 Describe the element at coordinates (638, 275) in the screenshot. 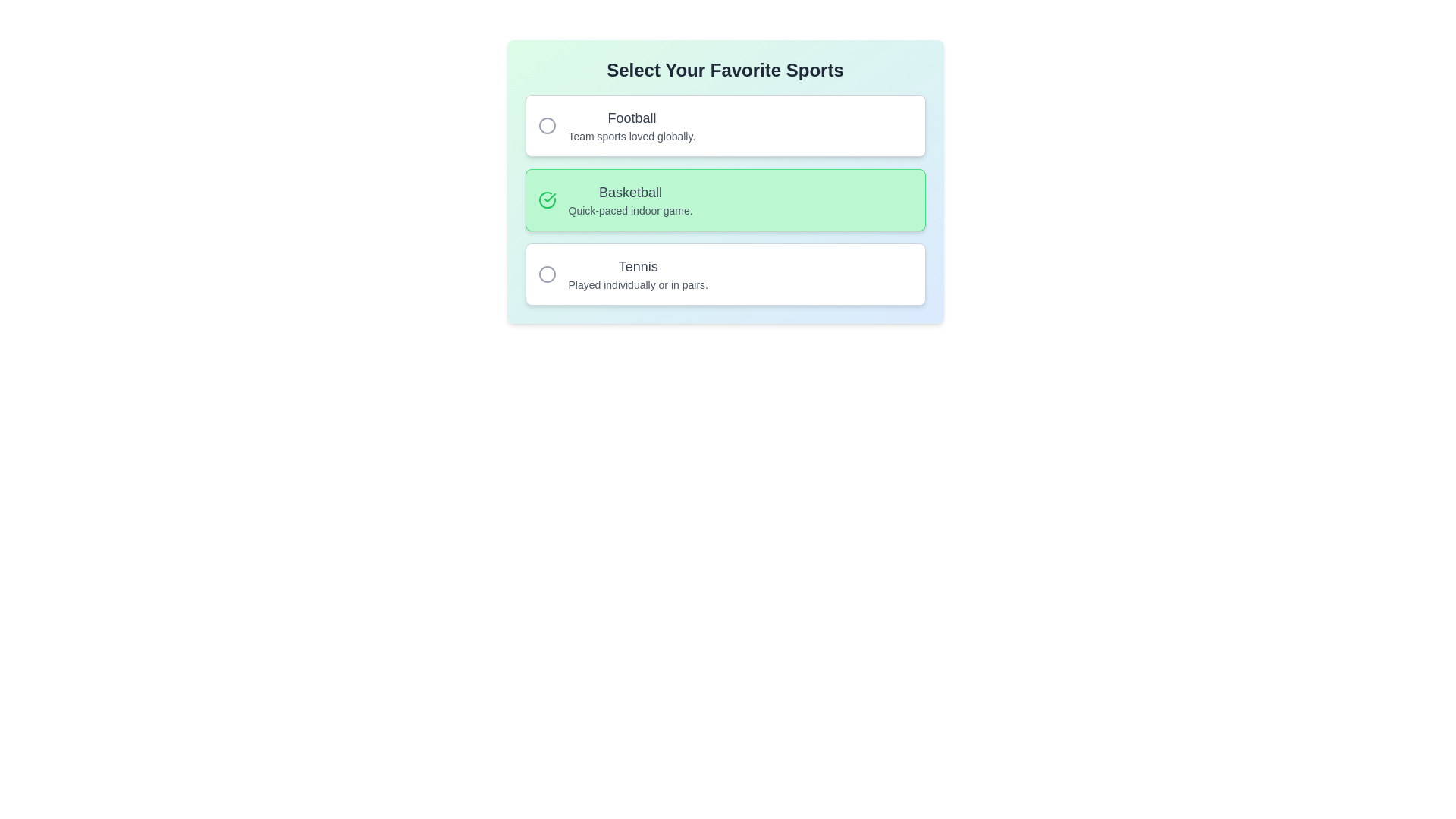

I see `static text content within the selectable card that displays 'Tennis' and 'Played individually or in pairs.'` at that location.